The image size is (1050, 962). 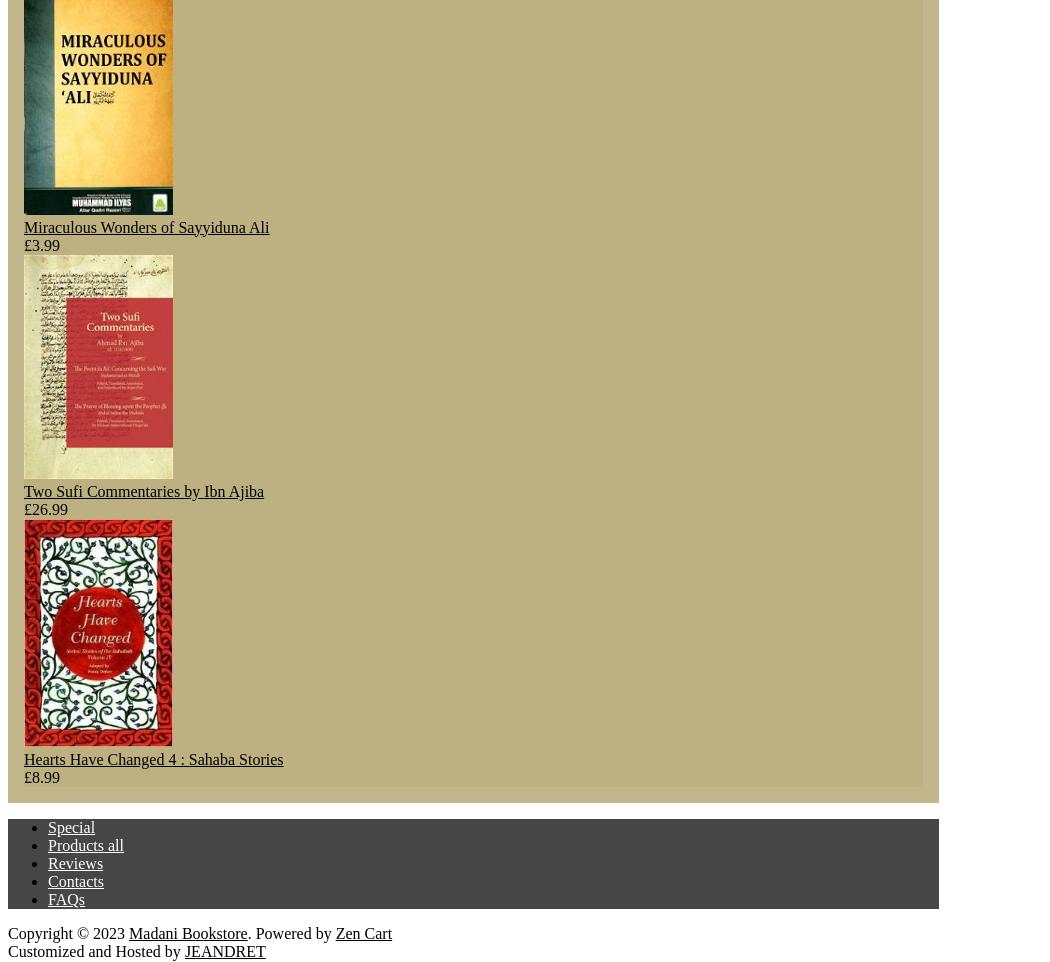 I want to click on 'Miraculous Wonders of Sayyiduna Ali', so click(x=145, y=225).